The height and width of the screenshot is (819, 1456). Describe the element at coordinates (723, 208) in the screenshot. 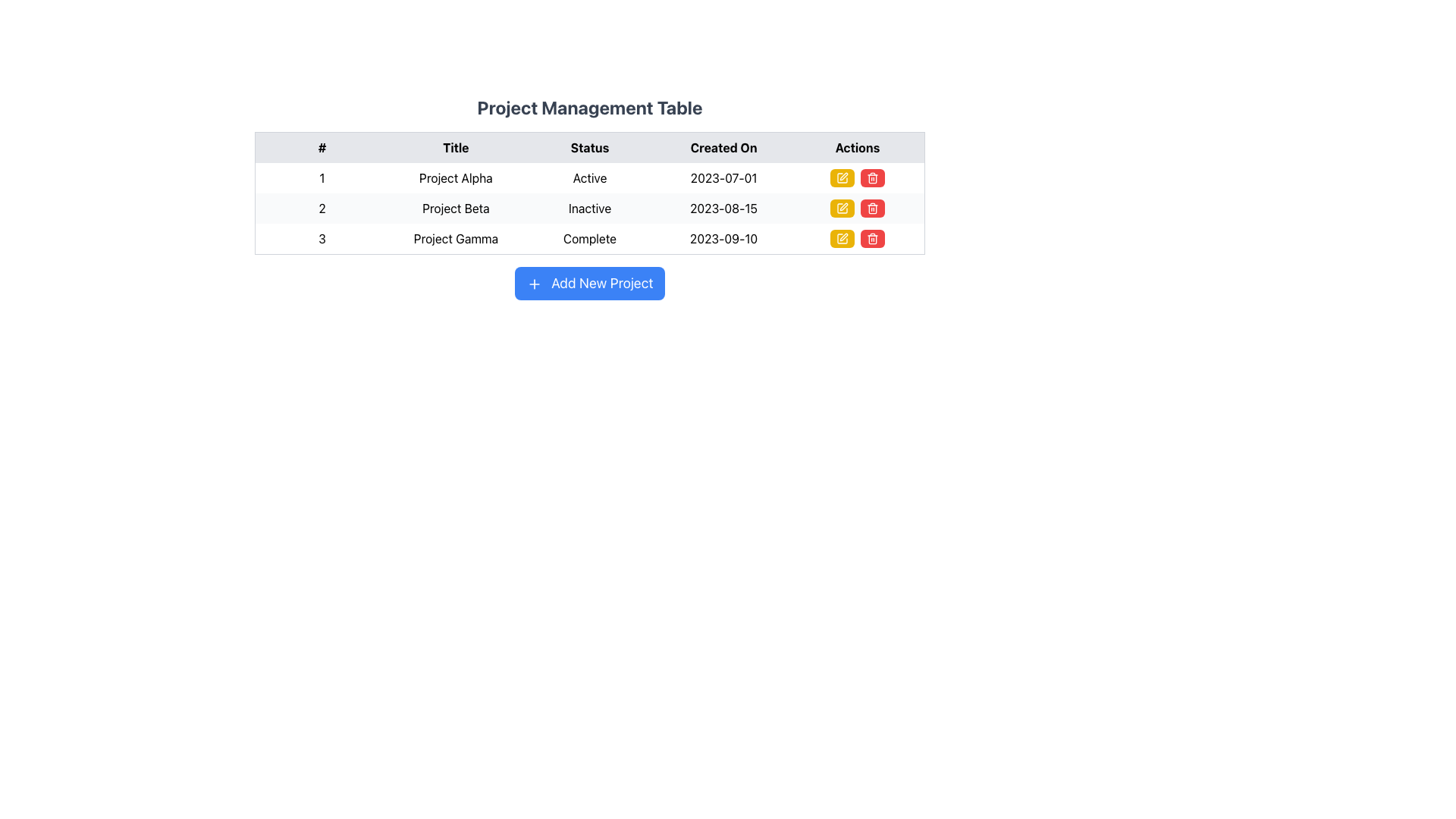

I see `the date text '2023-08-15' located in the 'Created On' column of the second row for 'Project Beta' in the table` at that location.